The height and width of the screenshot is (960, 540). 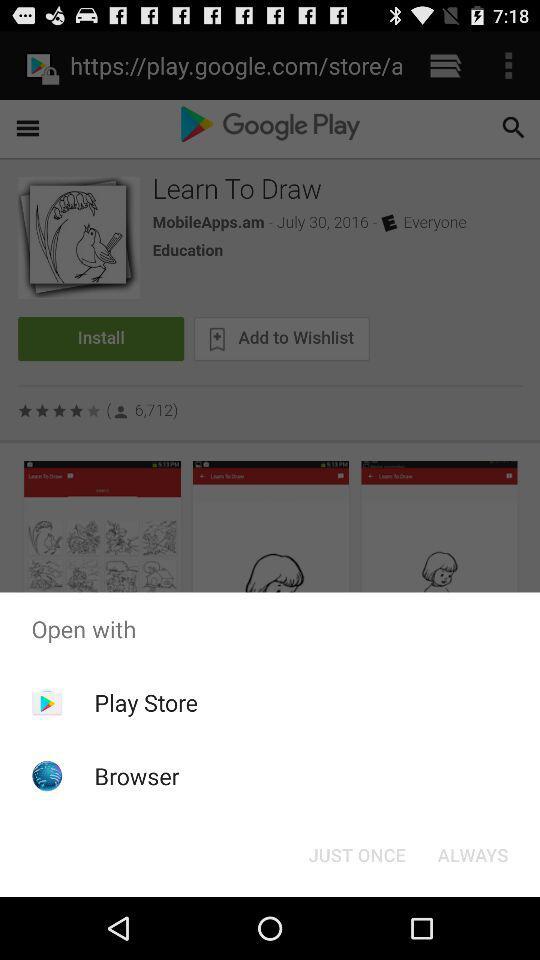 What do you see at coordinates (356, 853) in the screenshot?
I see `the item at the bottom` at bounding box center [356, 853].